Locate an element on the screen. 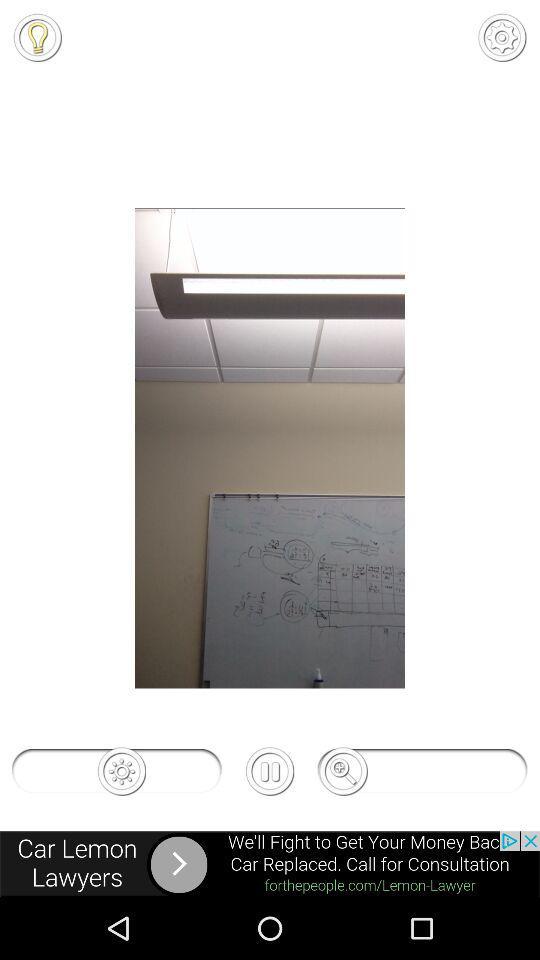 The width and height of the screenshot is (540, 960). settings is located at coordinates (501, 36).